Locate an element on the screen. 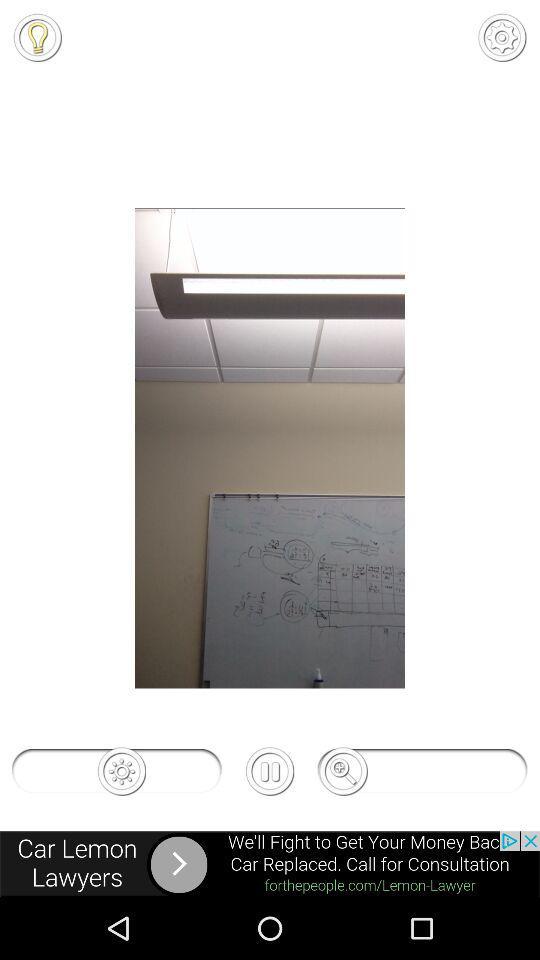 The width and height of the screenshot is (540, 960). settings is located at coordinates (501, 36).